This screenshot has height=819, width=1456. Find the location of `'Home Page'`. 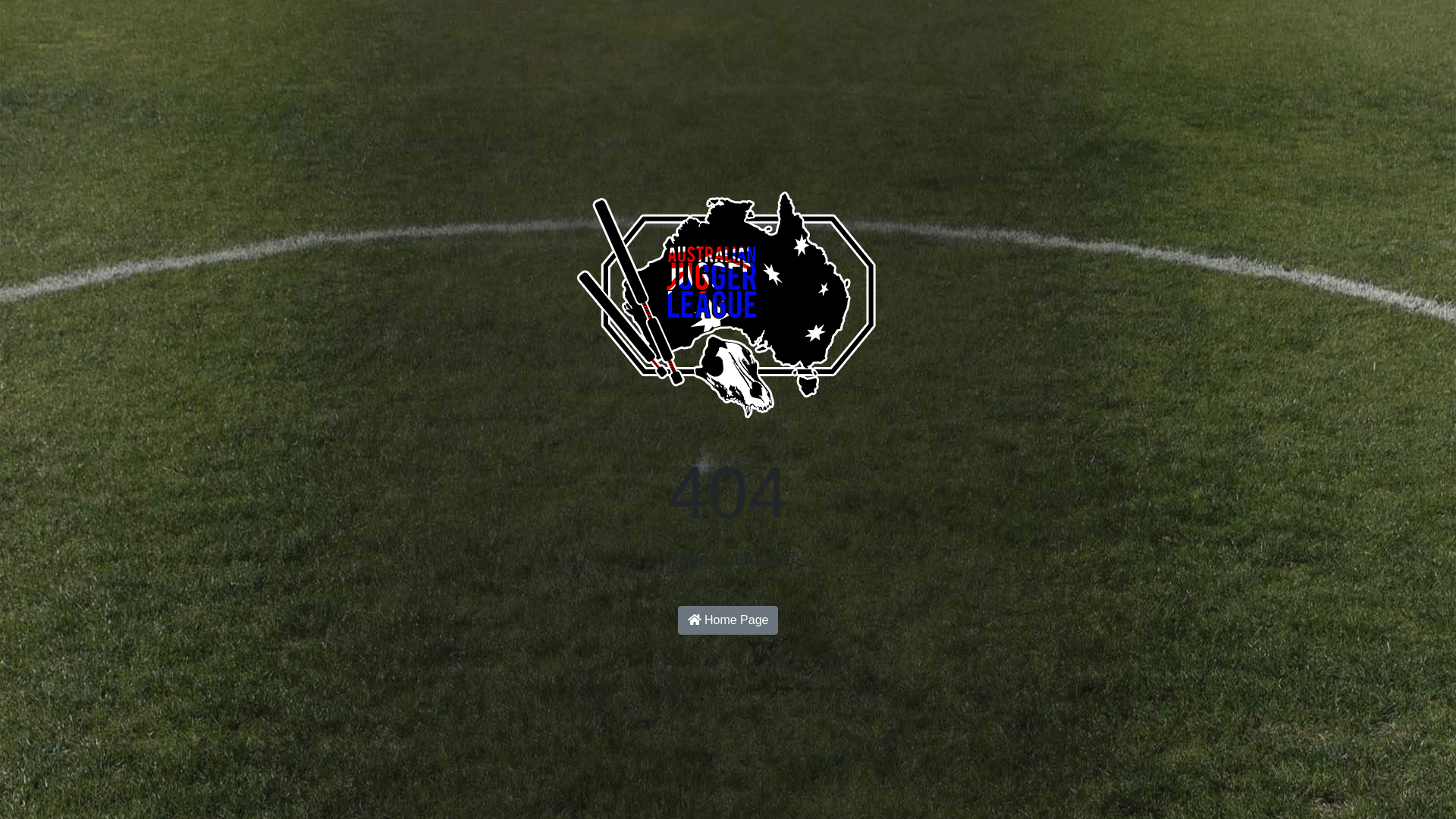

'Home Page' is located at coordinates (728, 620).